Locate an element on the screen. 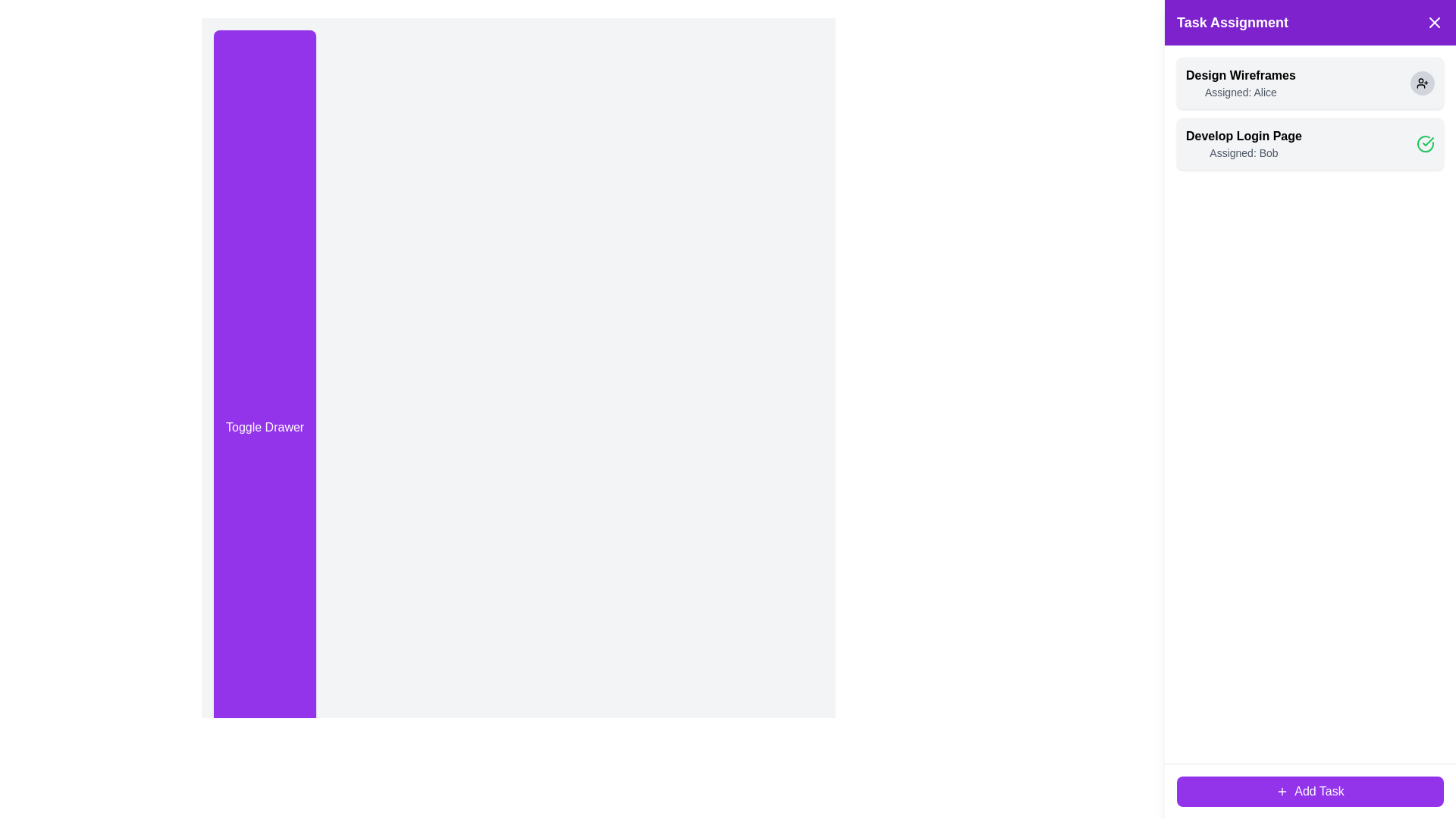 This screenshot has height=819, width=1456. the interactive button located to the far-right of the 'Design Wireframes' title and adjacent to the 'Assigned: Alice' subtext is located at coordinates (1422, 83).